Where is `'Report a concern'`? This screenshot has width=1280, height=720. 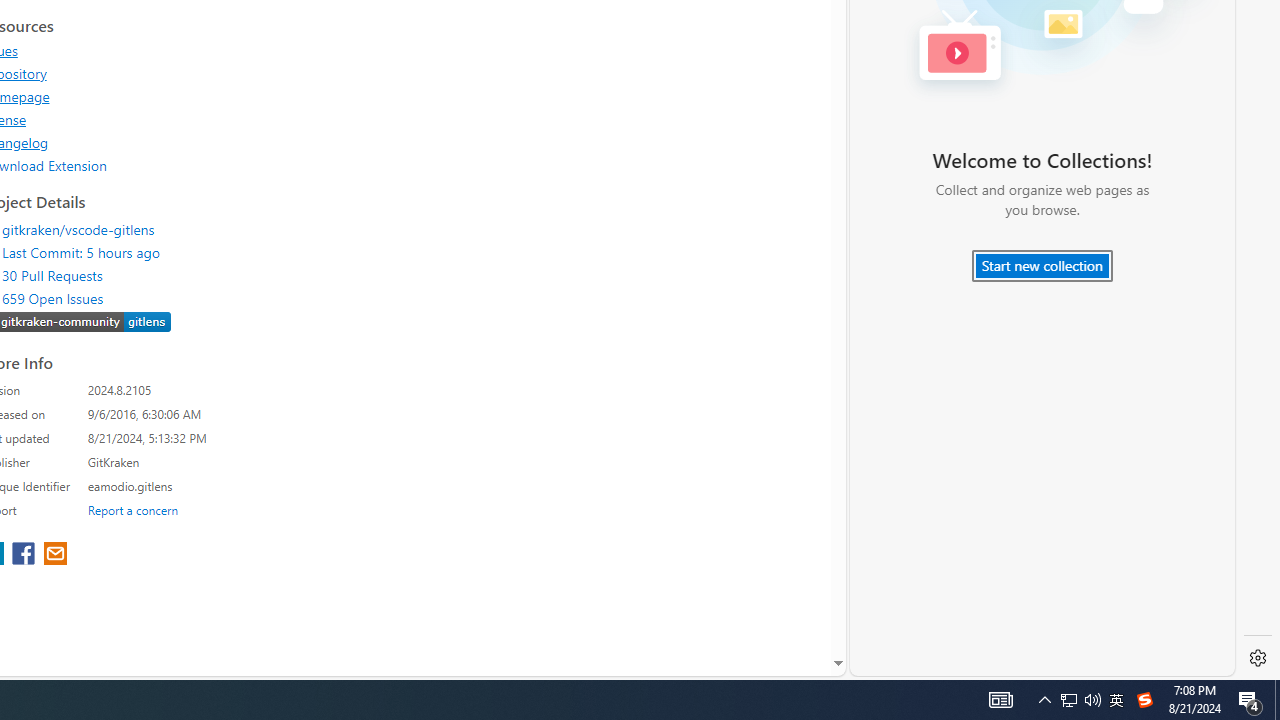 'Report a concern' is located at coordinates (132, 508).